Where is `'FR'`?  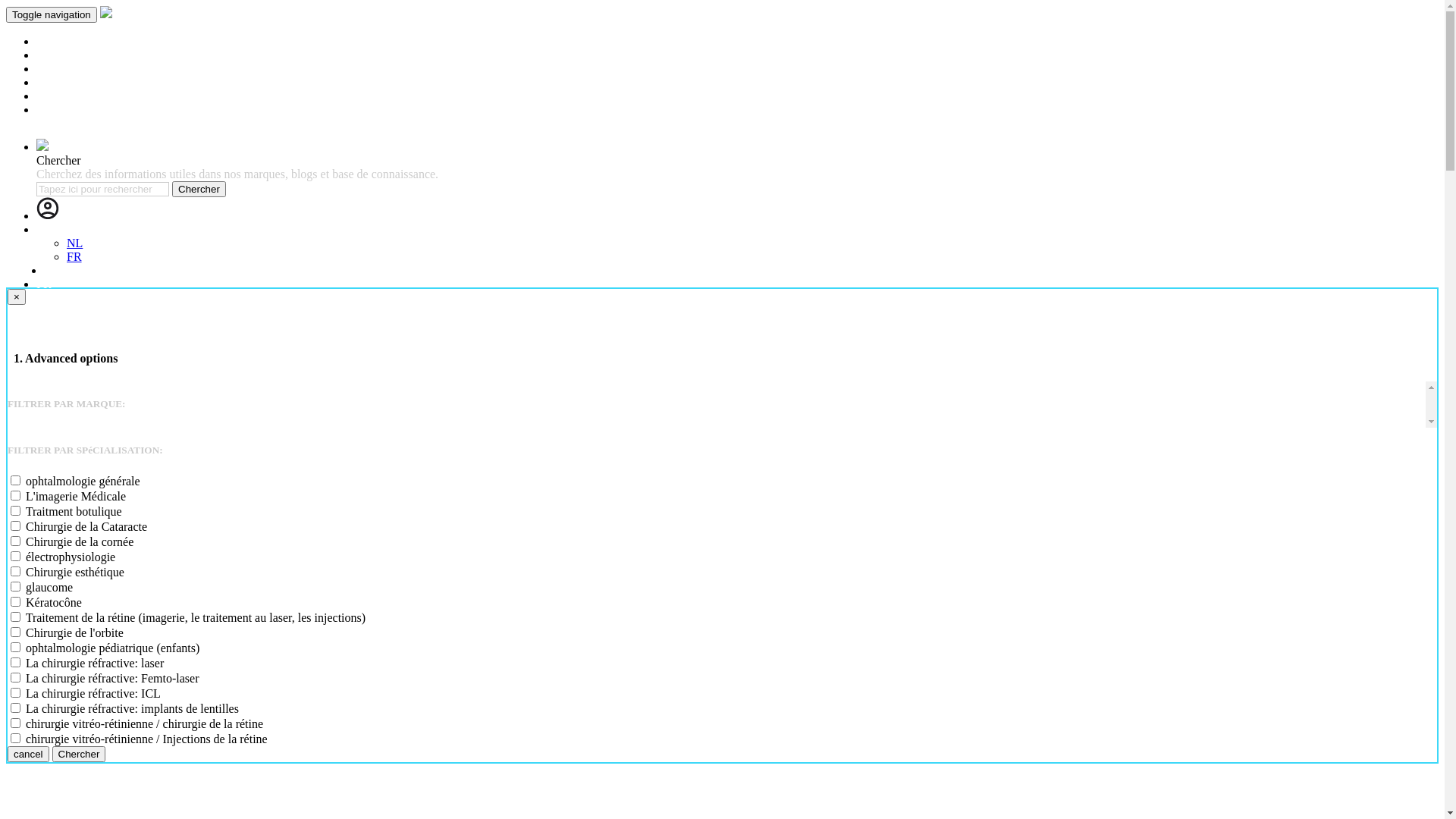
'FR' is located at coordinates (43, 284).